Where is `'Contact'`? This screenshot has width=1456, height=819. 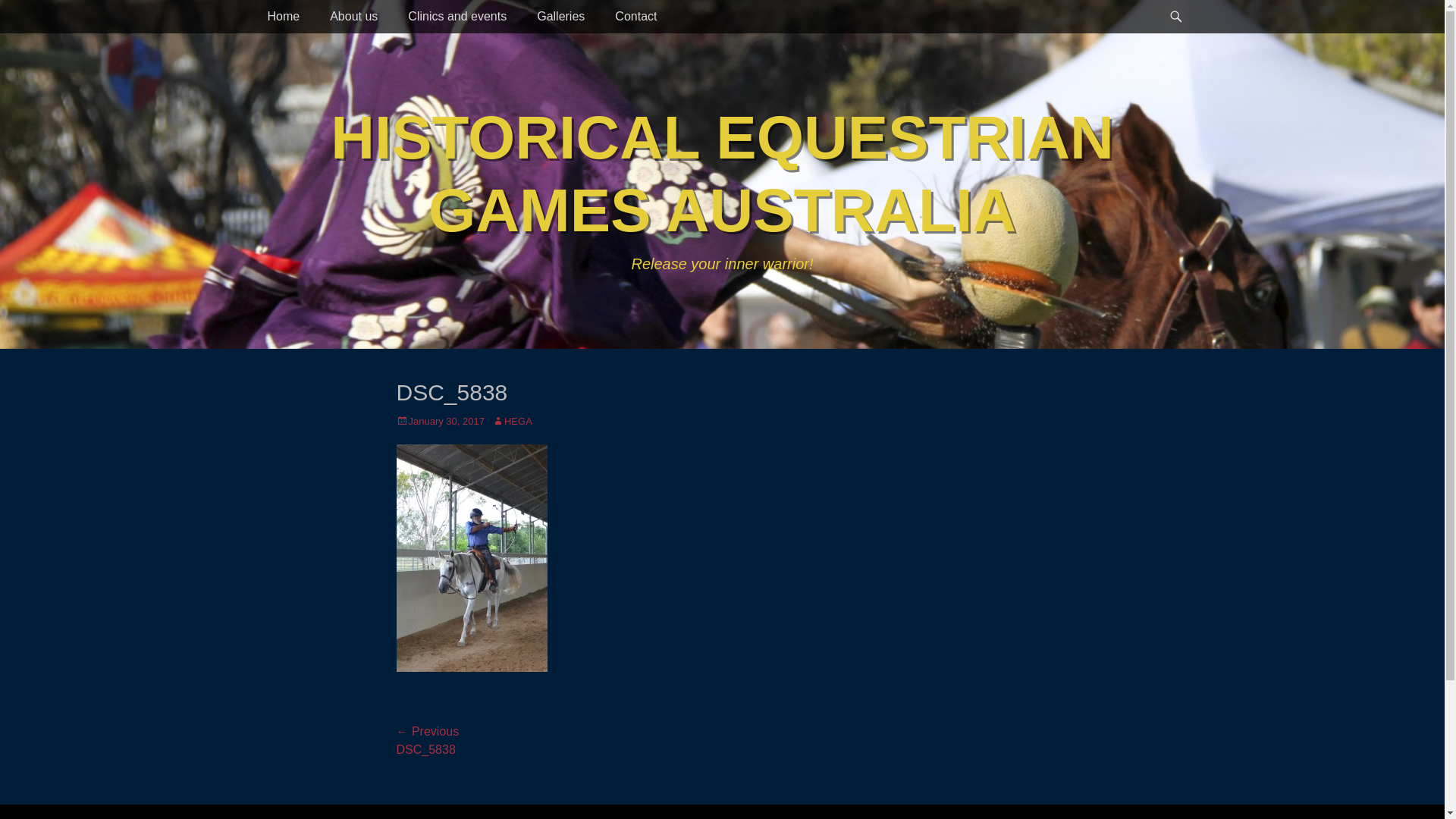 'Contact' is located at coordinates (635, 17).